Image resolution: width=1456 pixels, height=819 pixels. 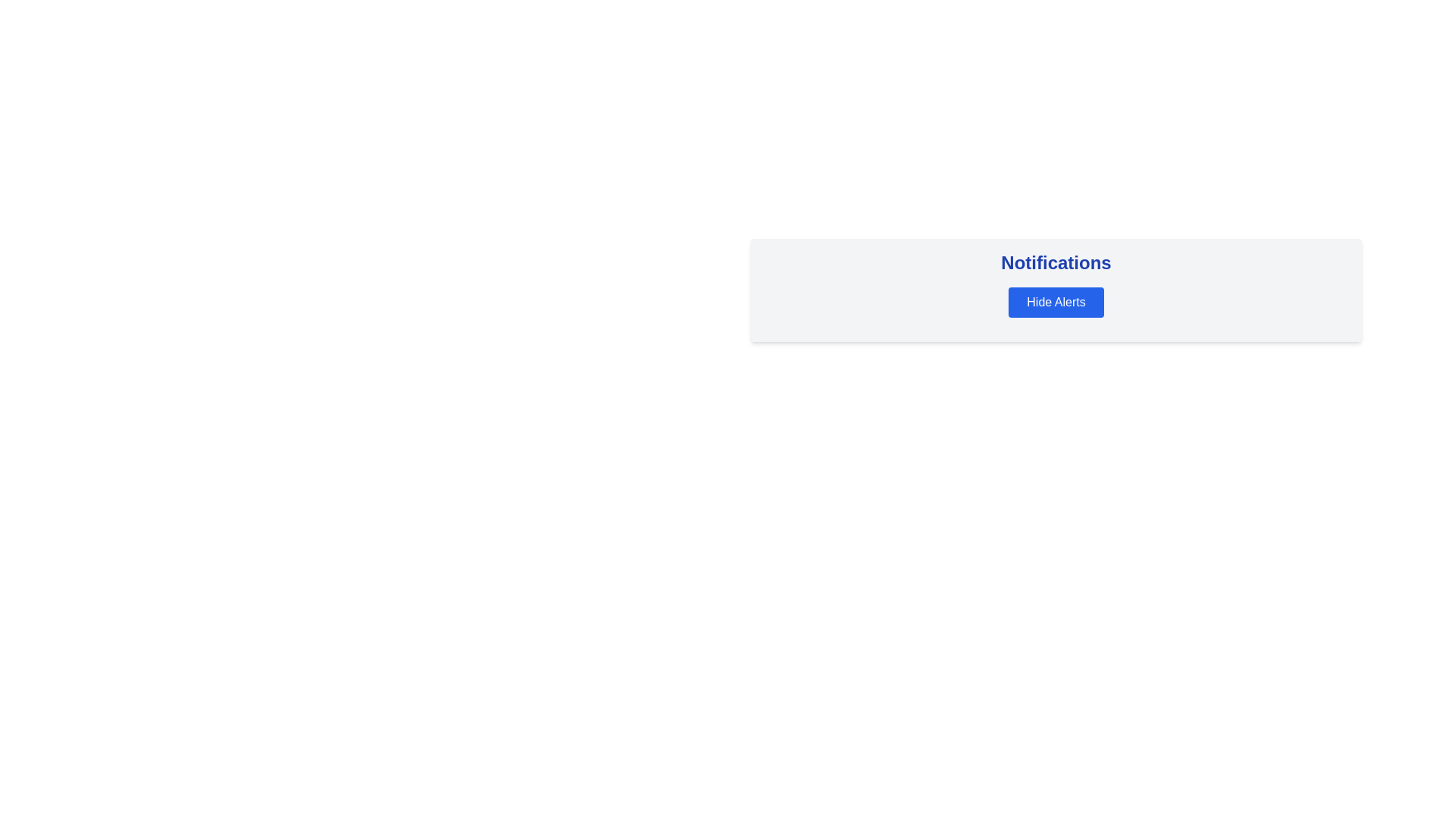 What do you see at coordinates (1055, 302) in the screenshot?
I see `the 'Hide Alerts' button, which is a rectangular button with rounded corners, blue background, and white text` at bounding box center [1055, 302].